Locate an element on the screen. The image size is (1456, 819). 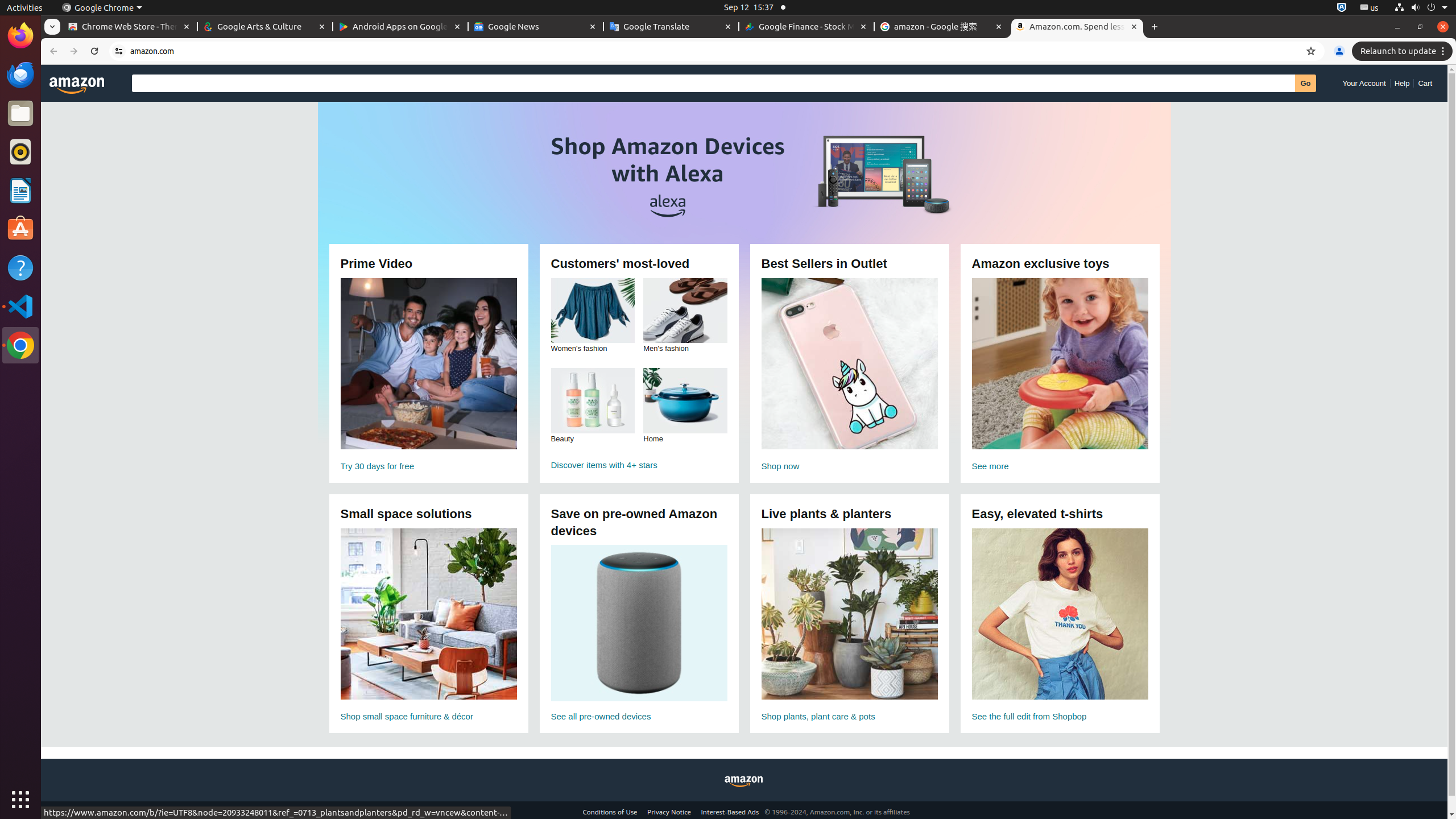
'Cart' is located at coordinates (1424, 82).